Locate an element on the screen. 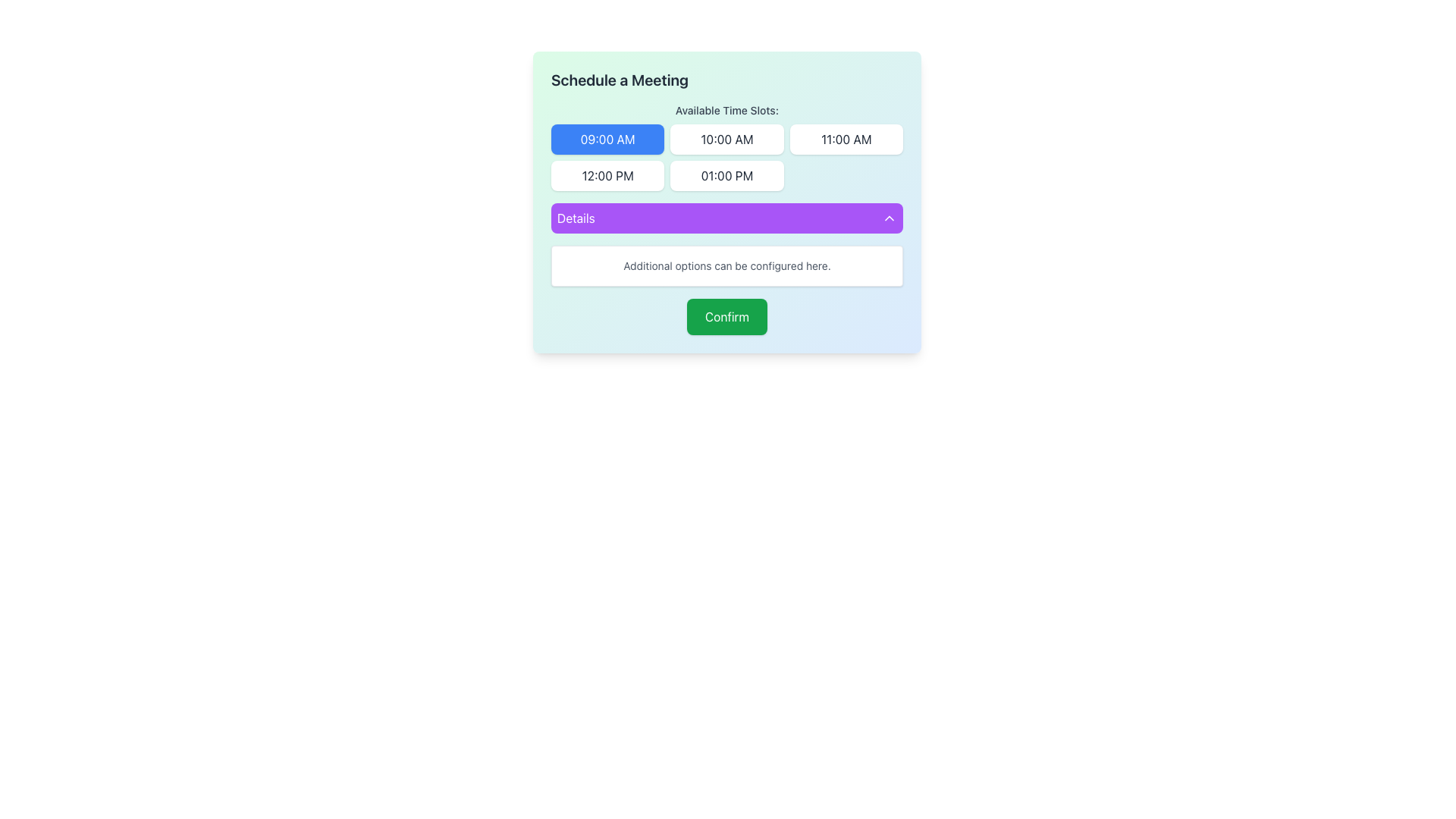 This screenshot has height=819, width=1456. the rectangular button with rounded corners labeled '01:00 PM' is located at coordinates (726, 174).